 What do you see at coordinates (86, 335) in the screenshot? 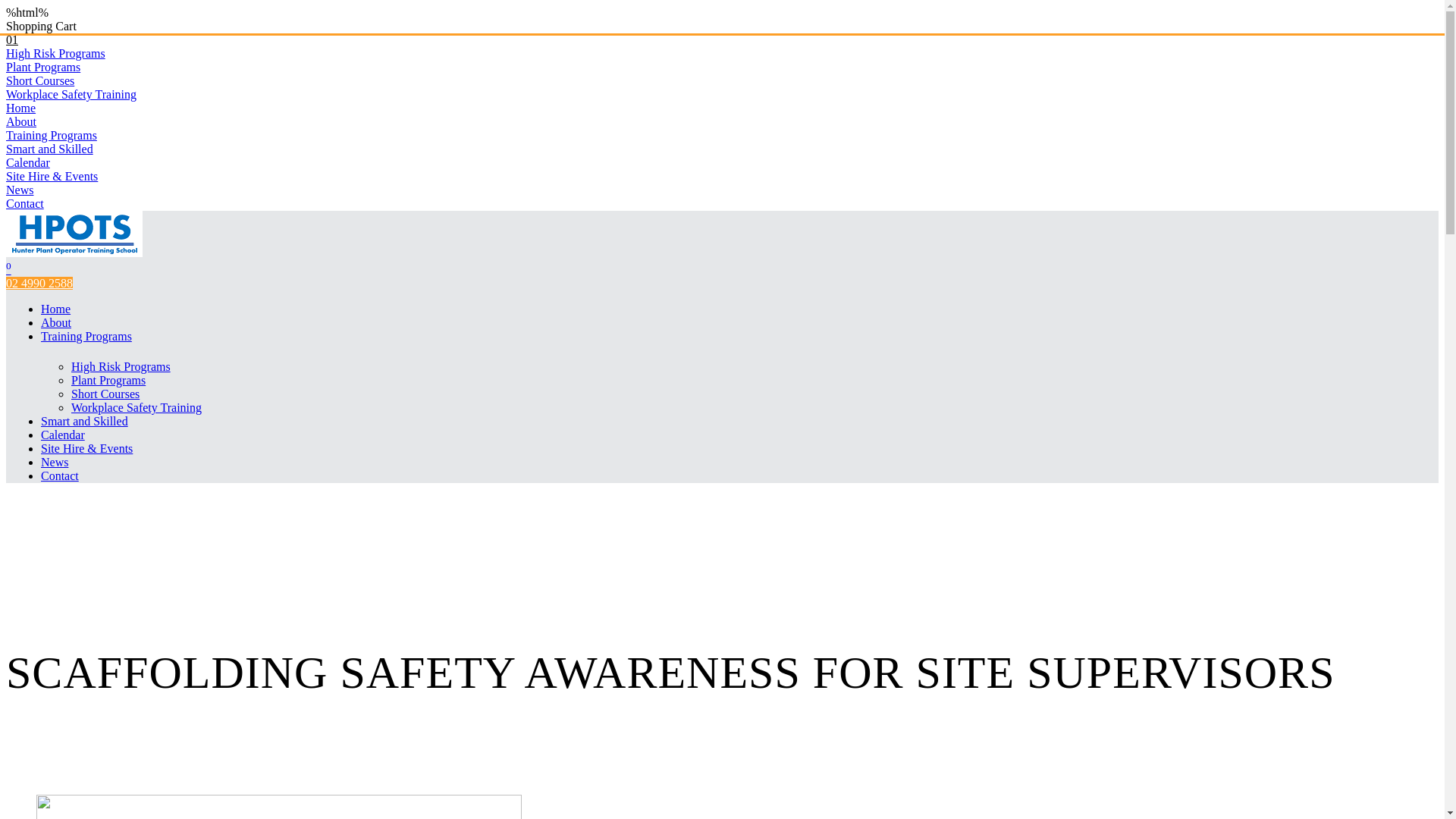
I see `'Training Programs'` at bounding box center [86, 335].